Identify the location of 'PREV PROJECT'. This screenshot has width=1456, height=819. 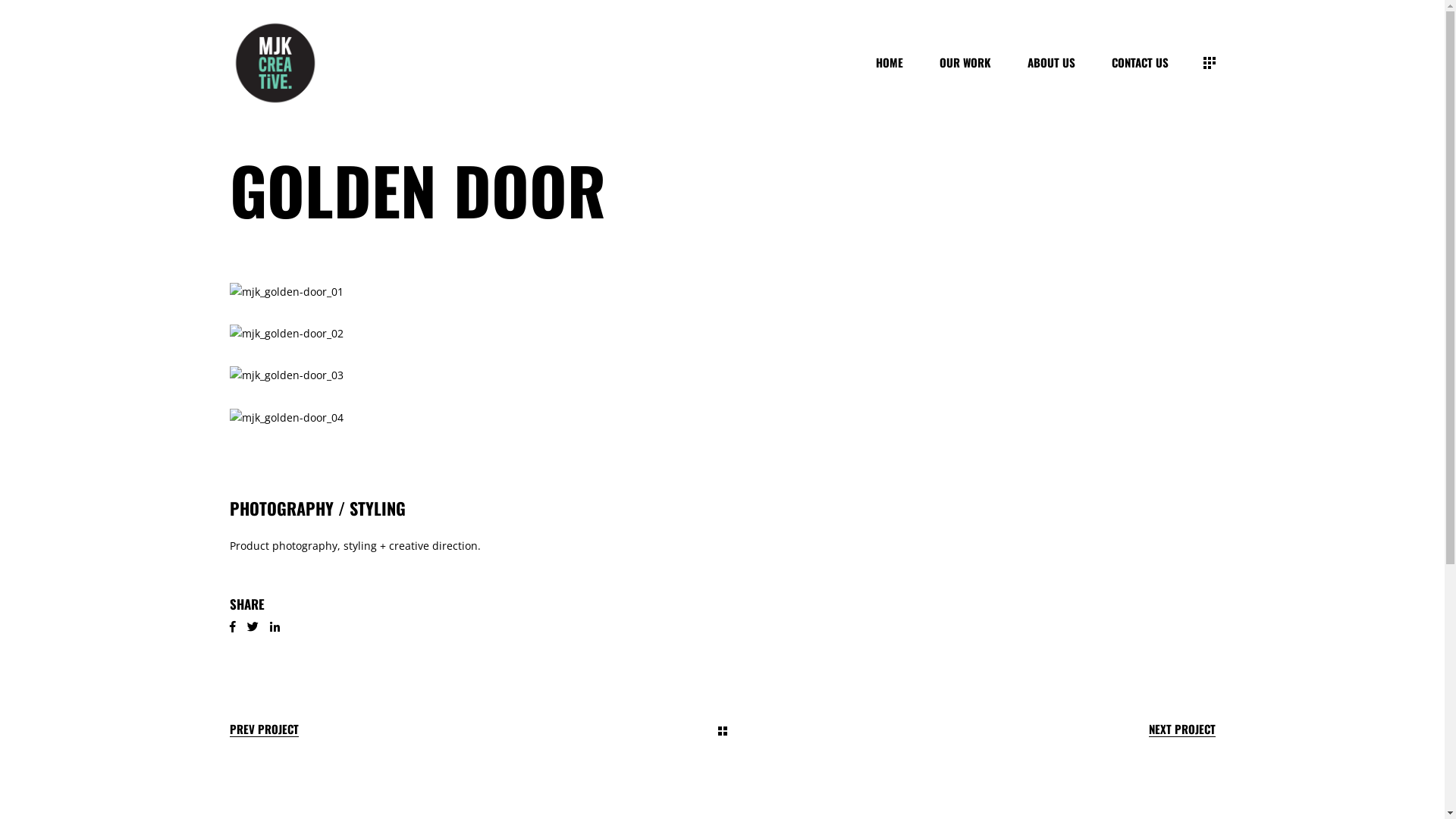
(263, 728).